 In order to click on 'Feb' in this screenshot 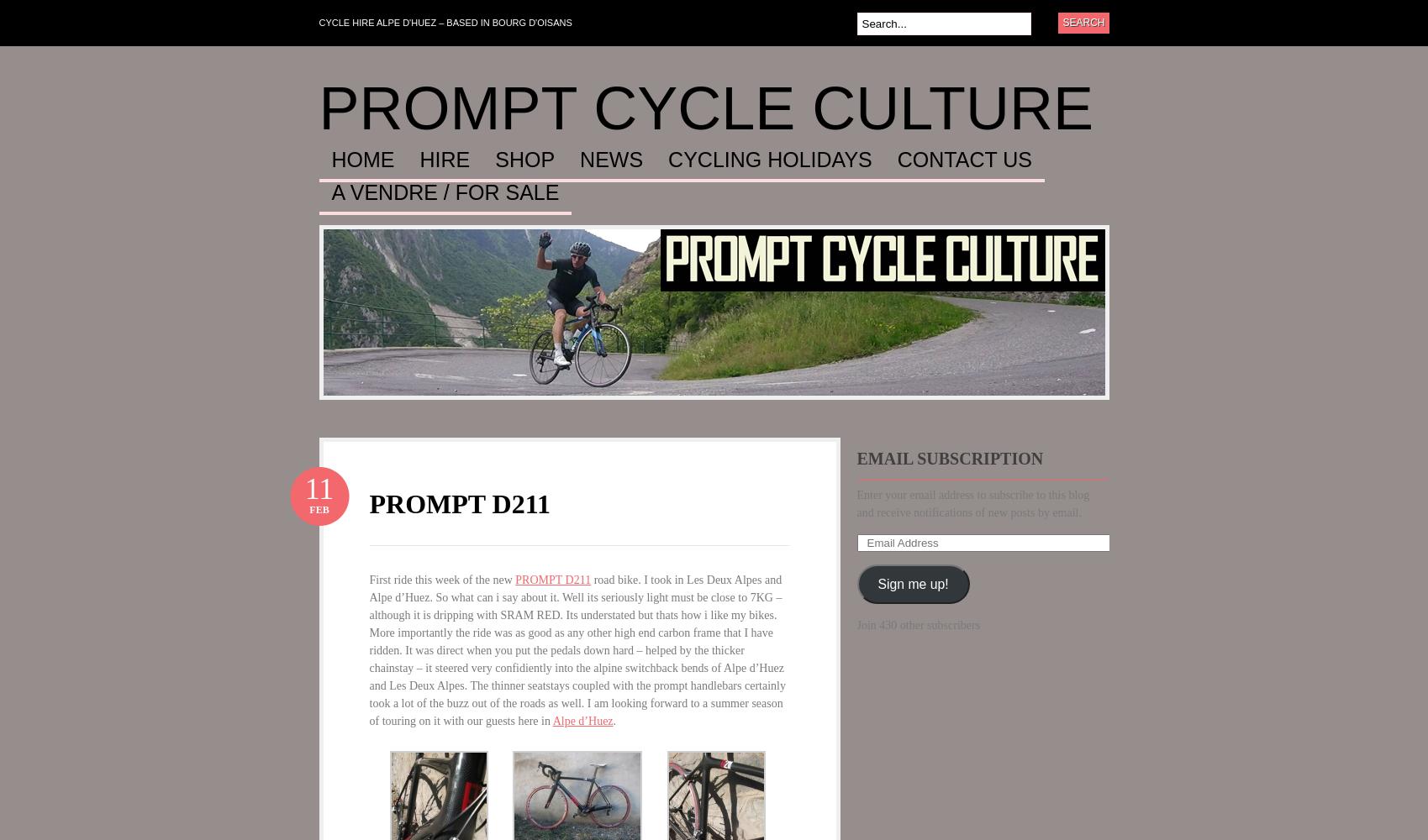, I will do `click(319, 509)`.